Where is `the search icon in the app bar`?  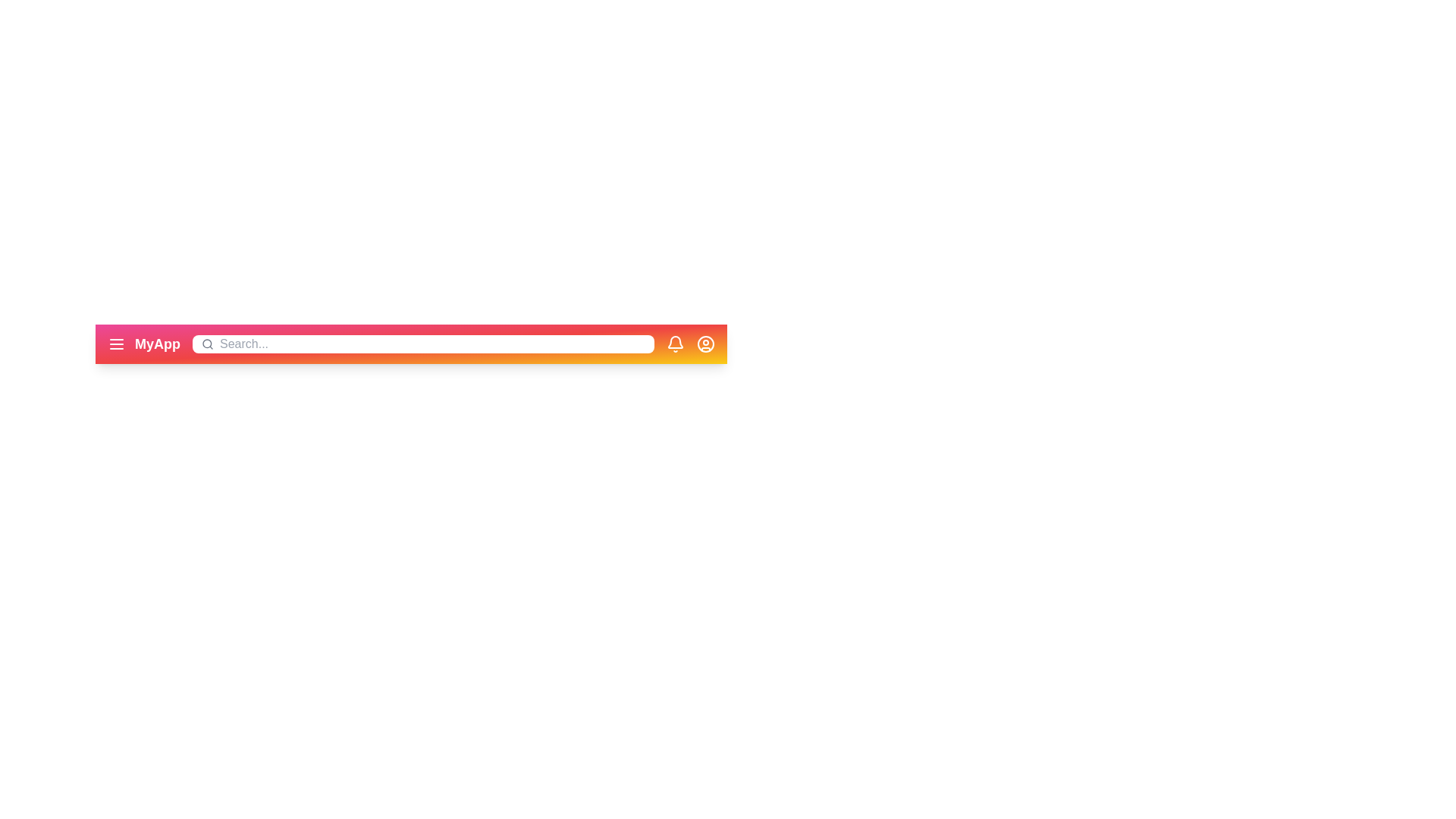
the search icon in the app bar is located at coordinates (206, 344).